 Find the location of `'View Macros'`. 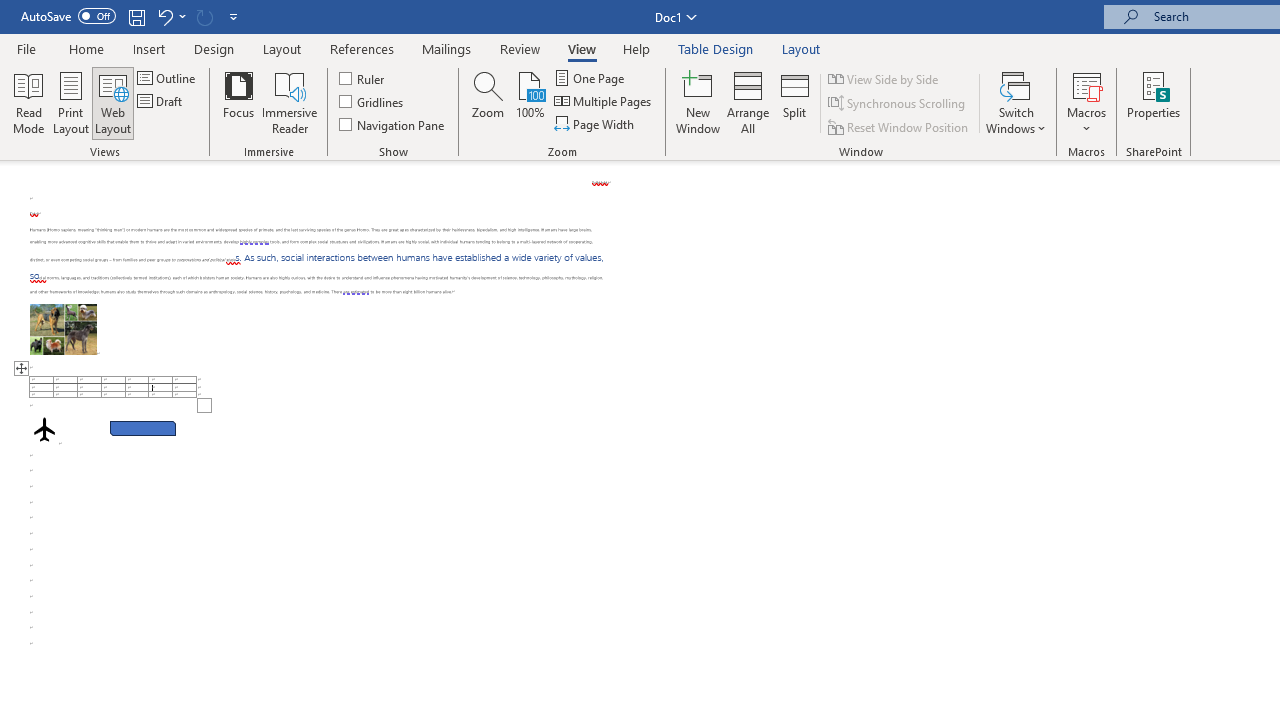

'View Macros' is located at coordinates (1085, 84).